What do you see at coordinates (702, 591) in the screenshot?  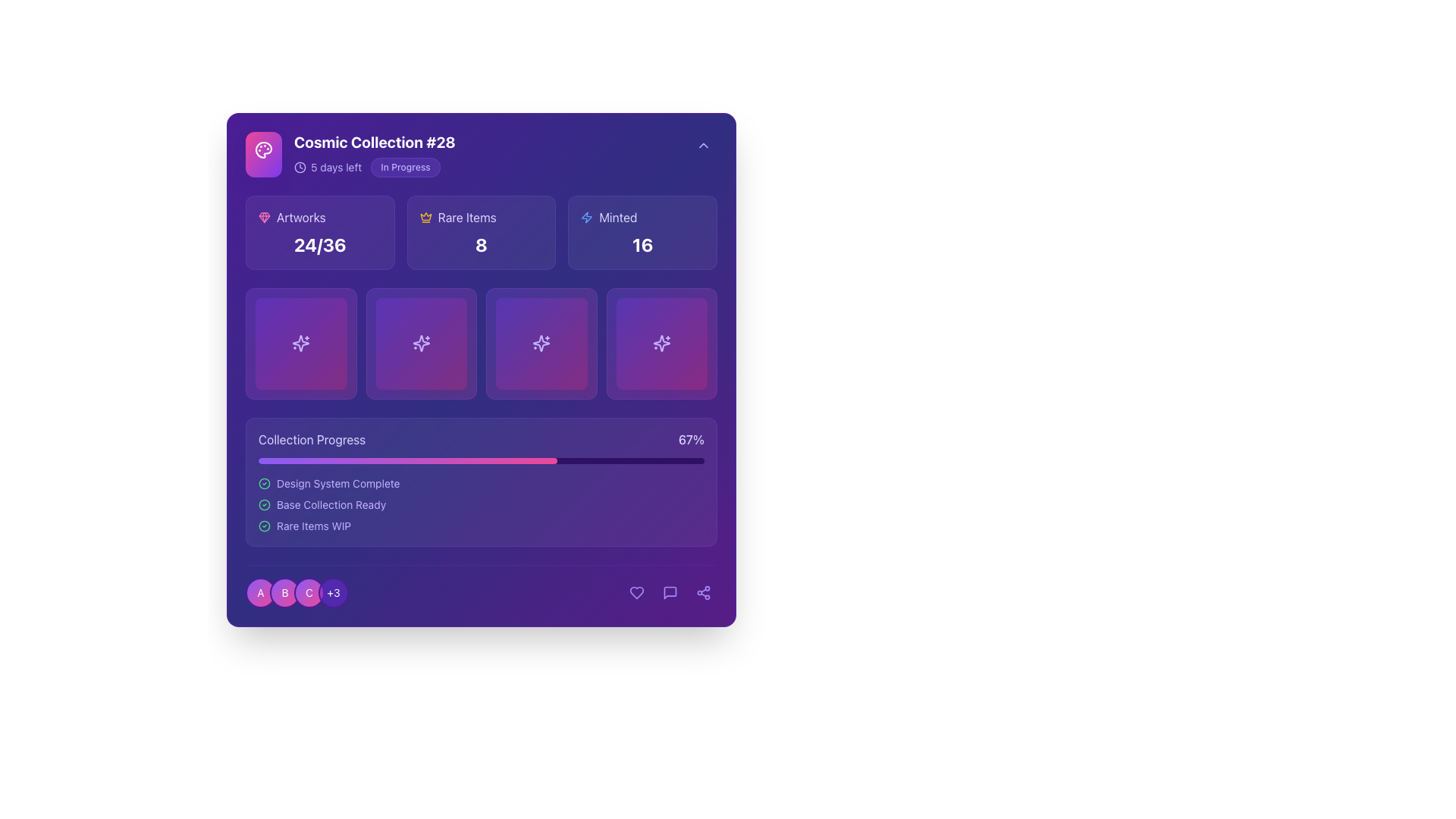 I see `the sharing button located in the bottom-right corner of the section` at bounding box center [702, 591].